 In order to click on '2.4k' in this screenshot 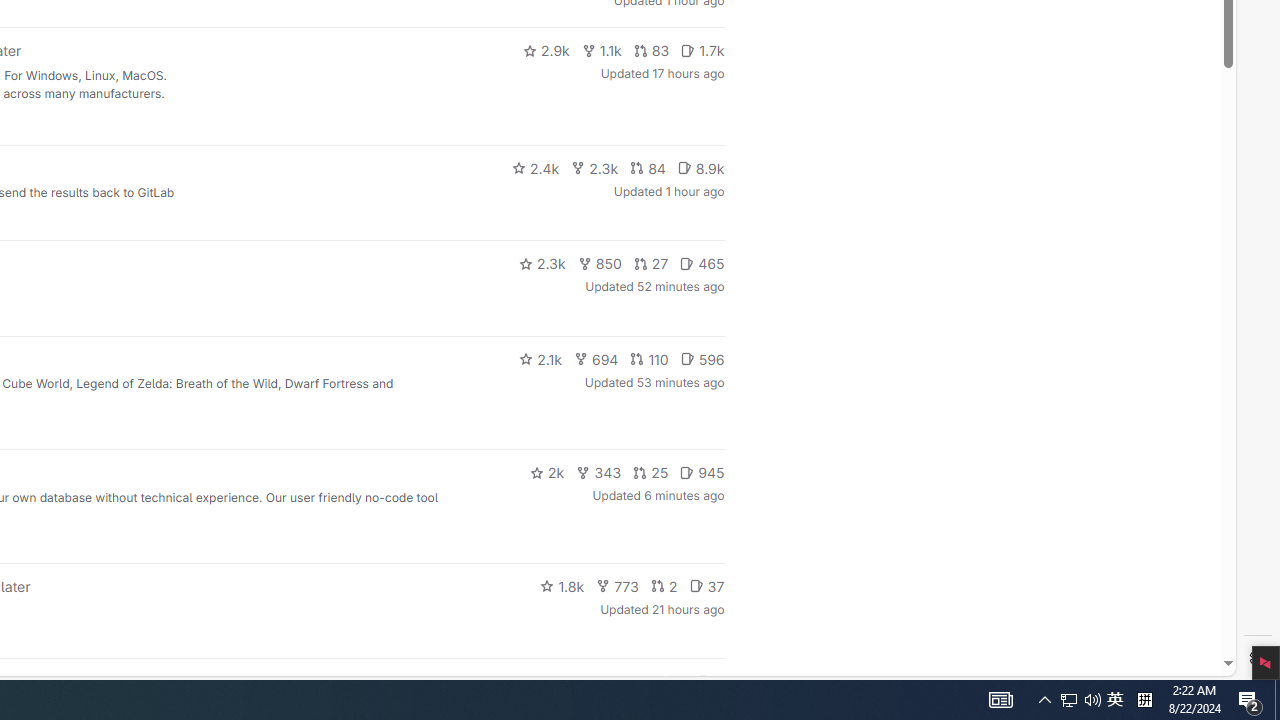, I will do `click(535, 167)`.